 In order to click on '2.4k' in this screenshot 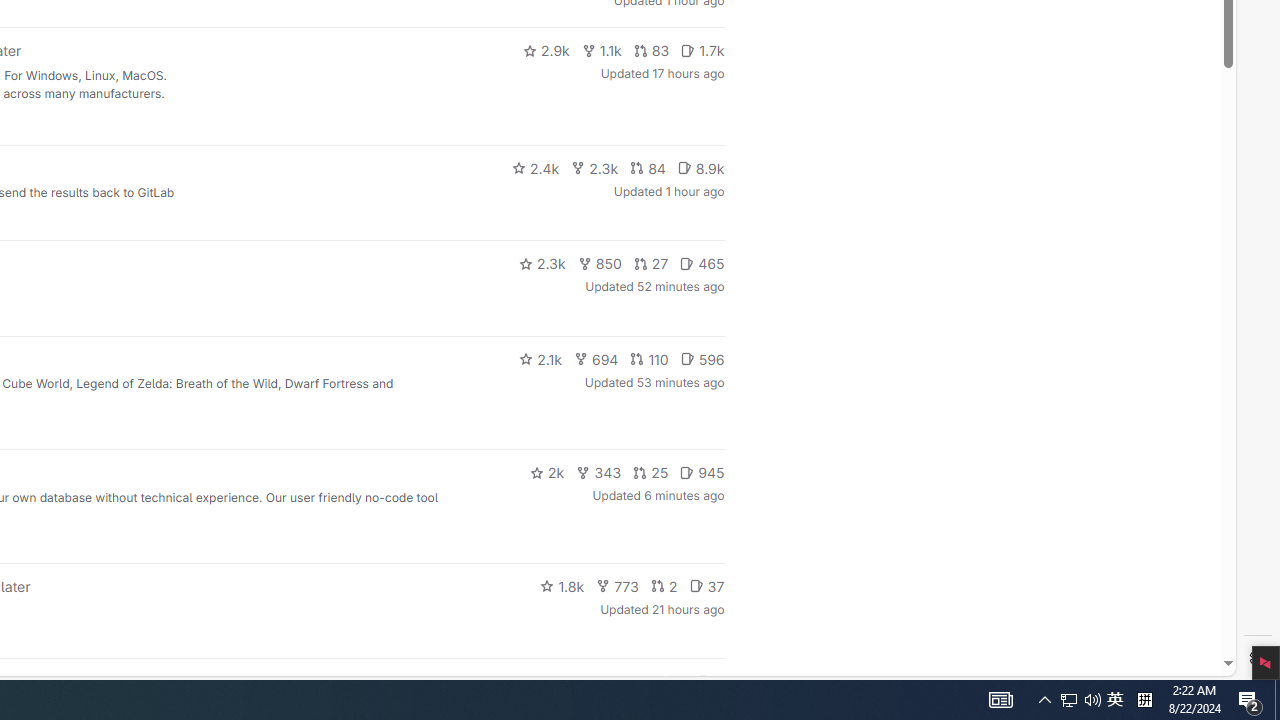, I will do `click(535, 167)`.